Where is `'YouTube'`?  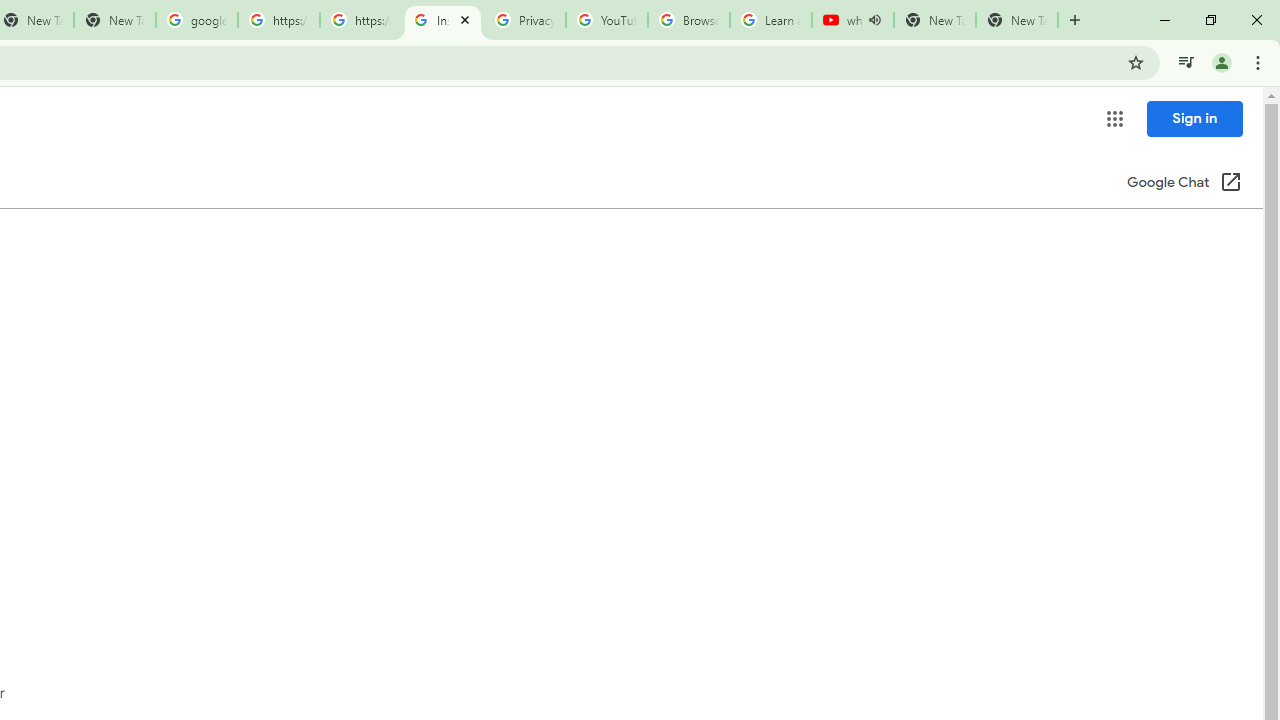 'YouTube' is located at coordinates (605, 20).